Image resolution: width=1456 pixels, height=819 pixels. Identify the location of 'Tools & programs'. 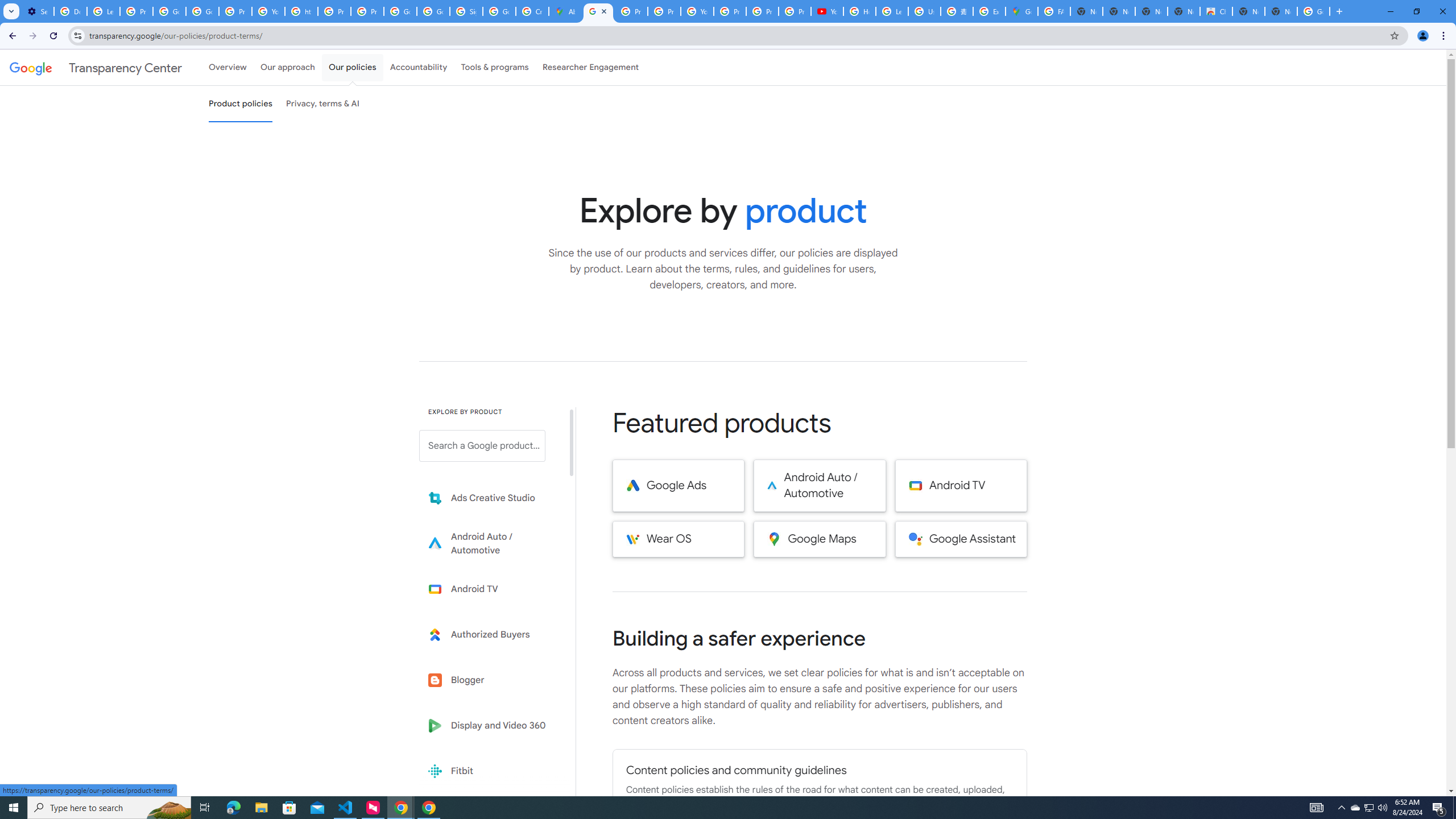
(494, 67).